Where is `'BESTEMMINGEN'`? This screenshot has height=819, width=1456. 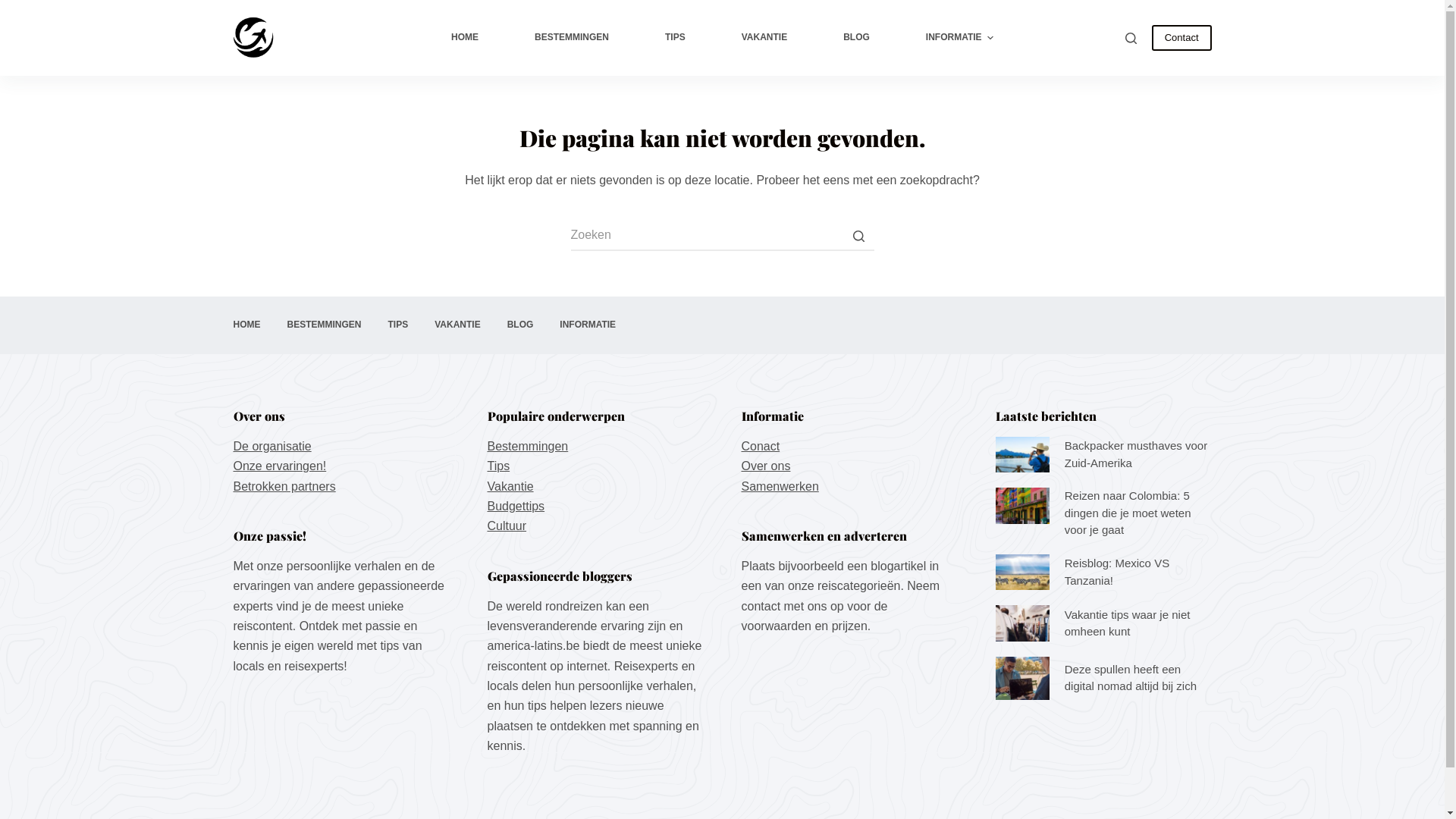 'BESTEMMINGEN' is located at coordinates (323, 324).